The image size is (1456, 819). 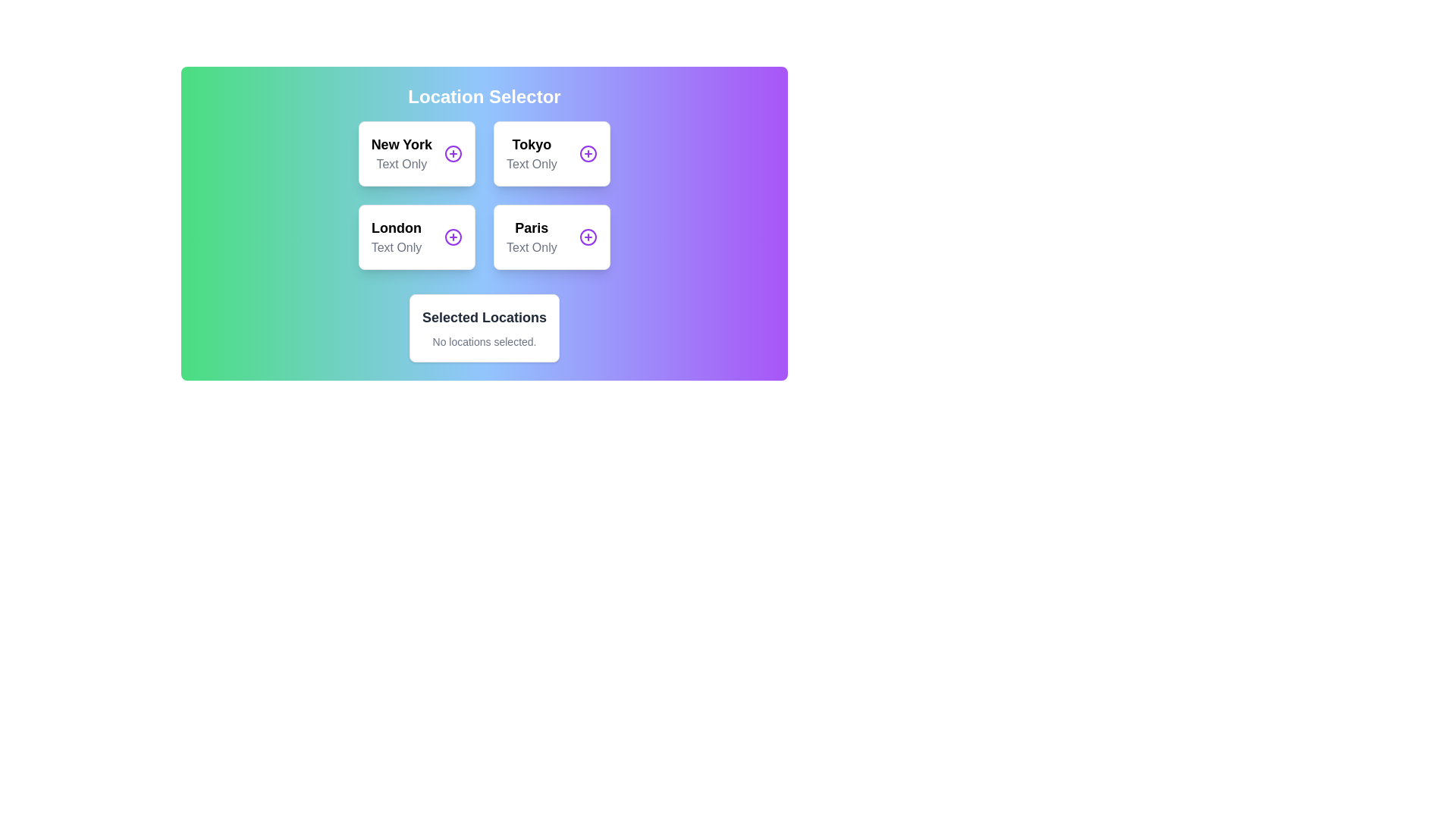 I want to click on the Informative panel titled 'Selected Locations' which is a white, rounded rectangular box containing the message 'No locations selected.', so click(x=483, y=327).